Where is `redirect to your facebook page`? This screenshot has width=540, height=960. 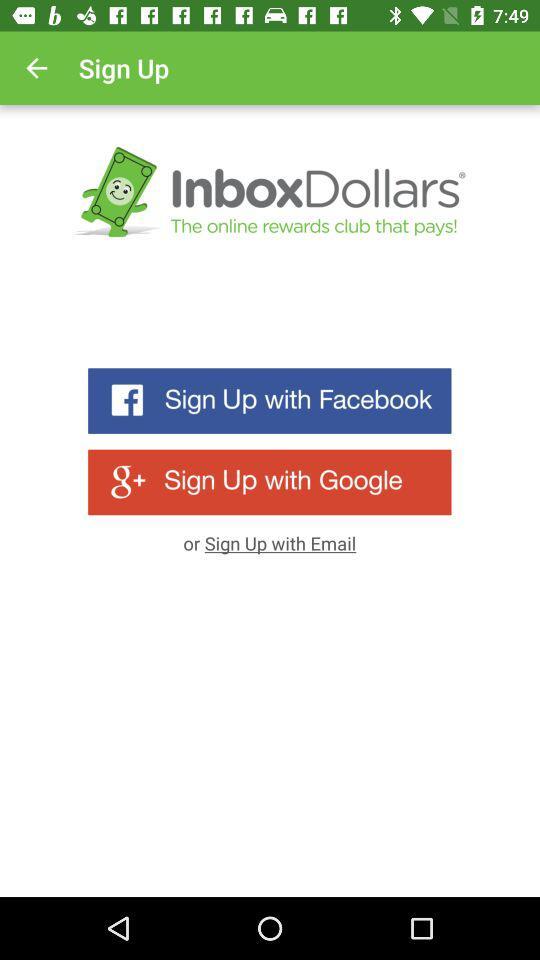 redirect to your facebook page is located at coordinates (269, 400).